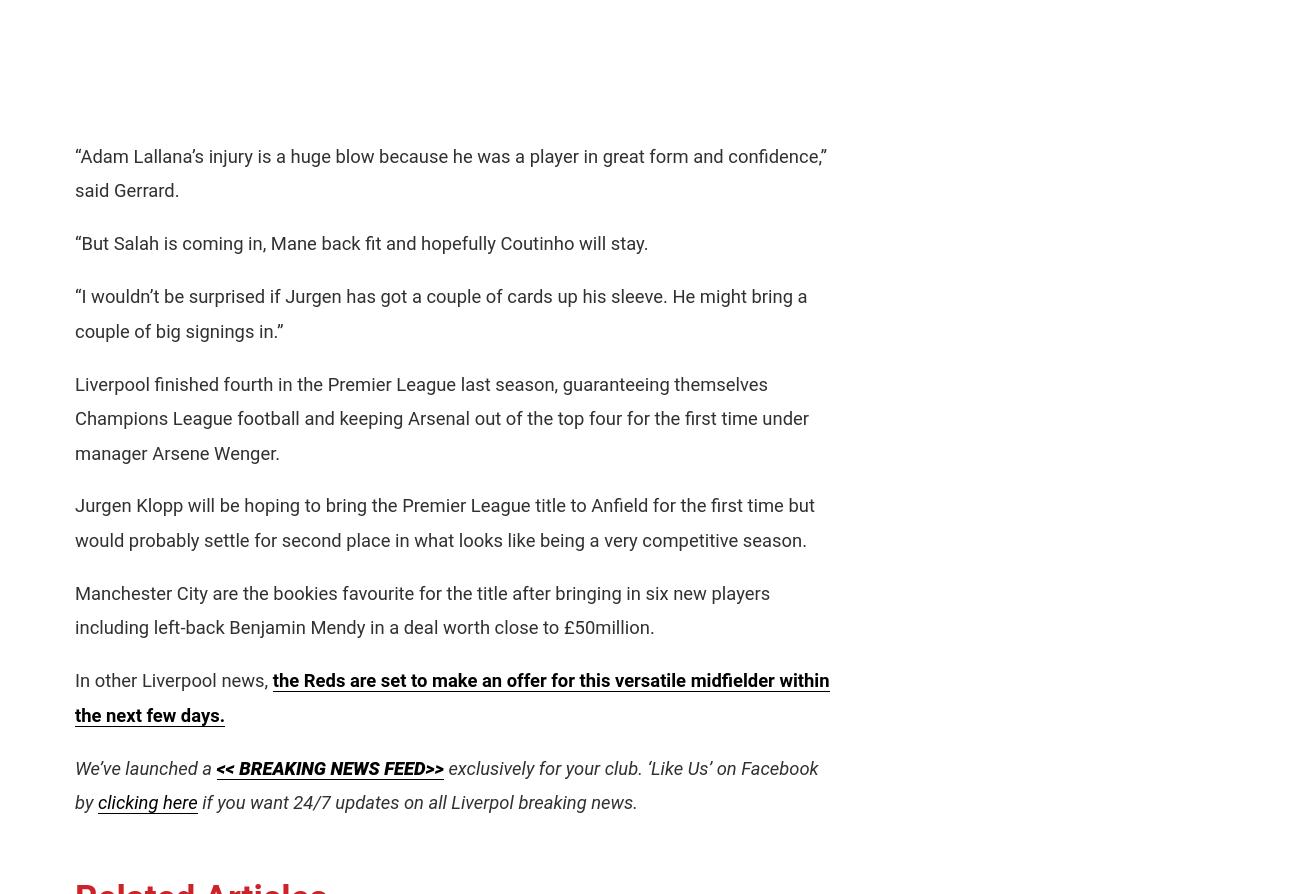  Describe the element at coordinates (226, 766) in the screenshot. I see `'<<'` at that location.